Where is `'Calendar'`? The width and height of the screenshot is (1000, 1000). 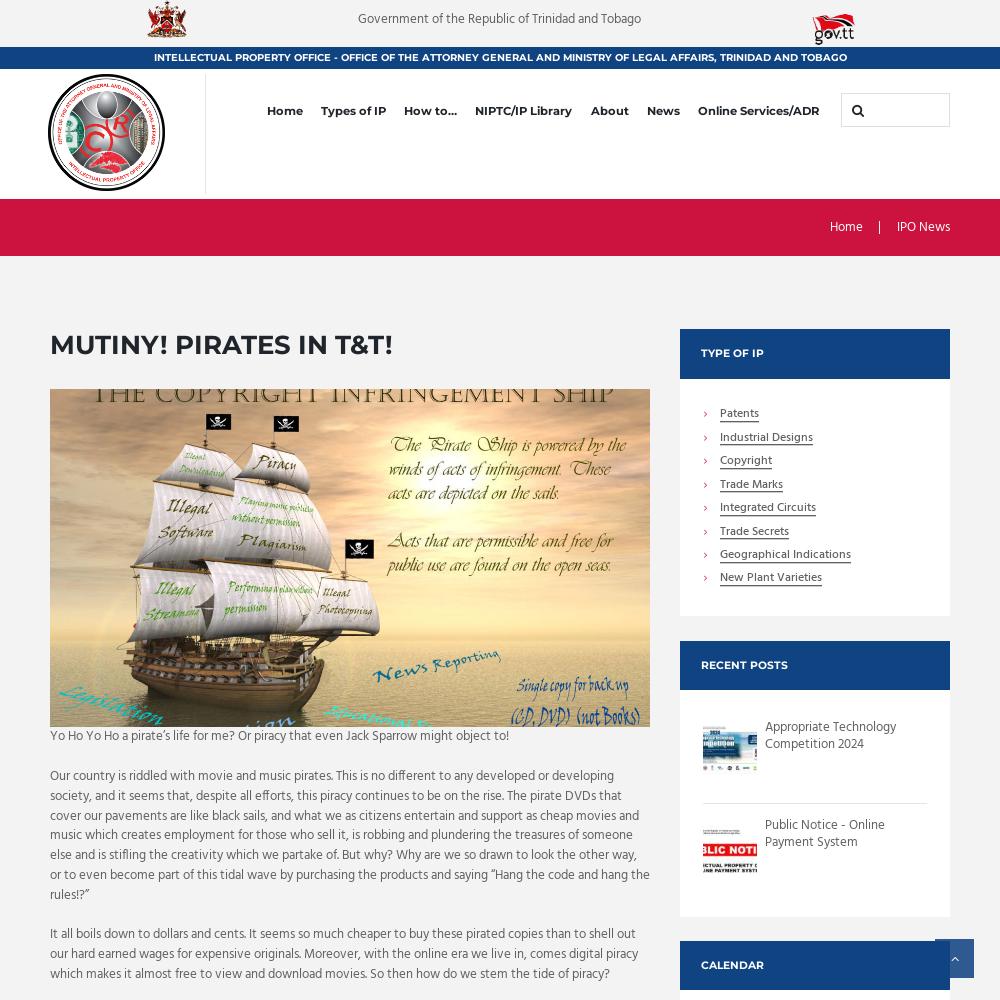 'Calendar' is located at coordinates (731, 963).